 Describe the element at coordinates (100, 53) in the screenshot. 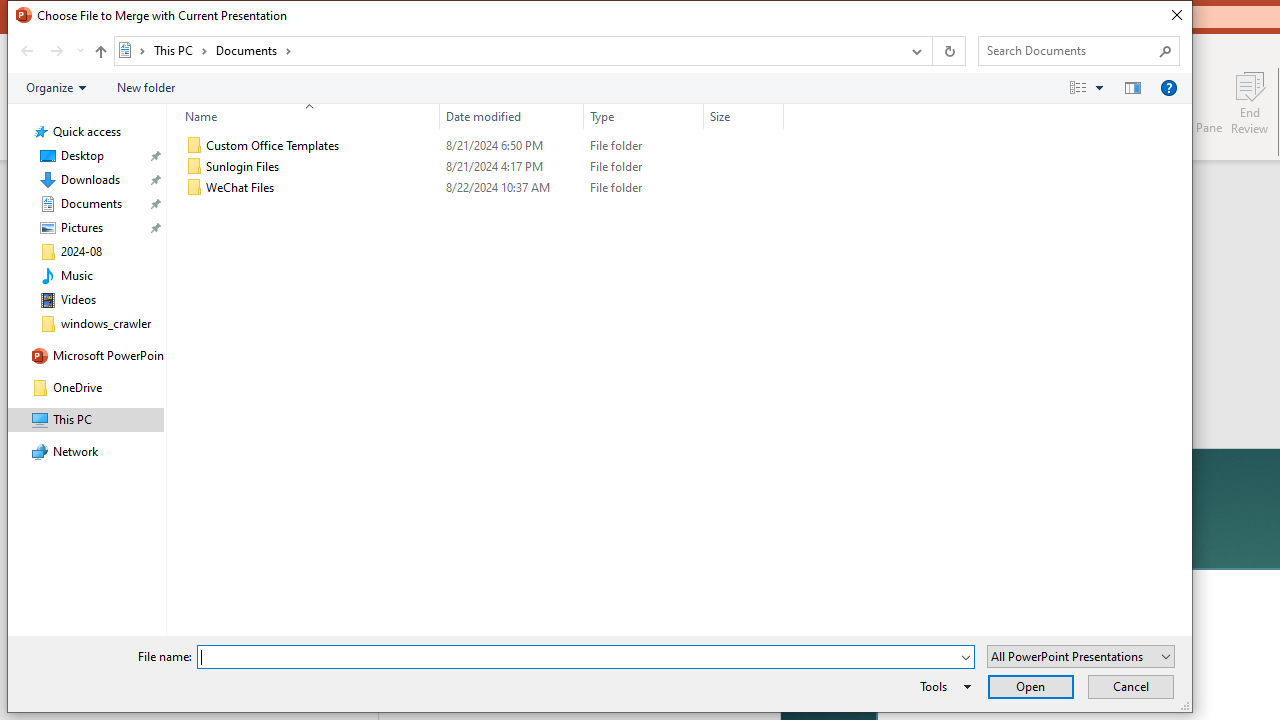

I see `'Up band toolbar'` at that location.